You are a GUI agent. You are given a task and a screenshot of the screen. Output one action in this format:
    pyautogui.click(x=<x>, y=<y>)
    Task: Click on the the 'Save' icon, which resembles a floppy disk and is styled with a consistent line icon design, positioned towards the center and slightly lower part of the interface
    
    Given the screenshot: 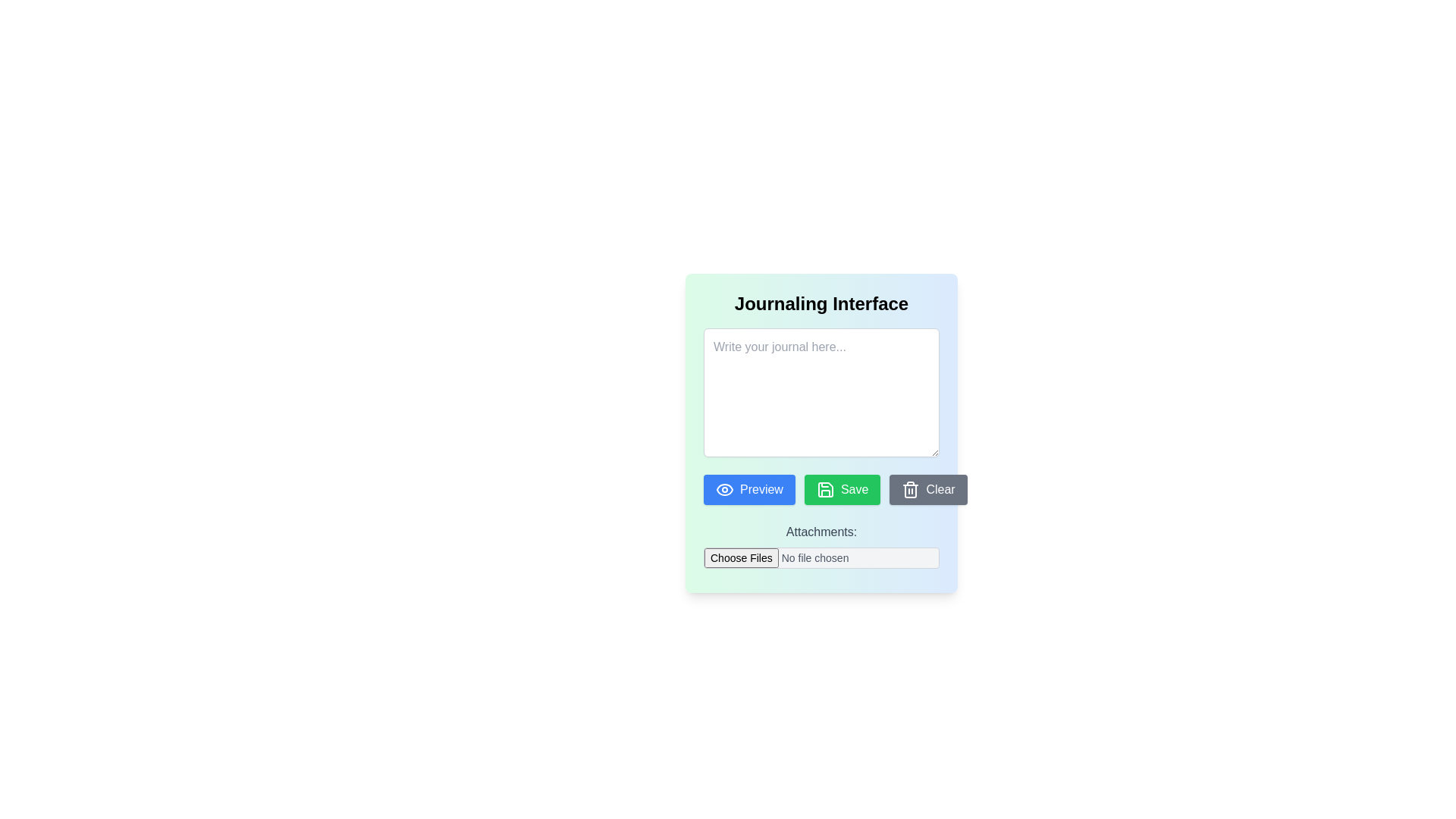 What is the action you would take?
    pyautogui.click(x=824, y=489)
    